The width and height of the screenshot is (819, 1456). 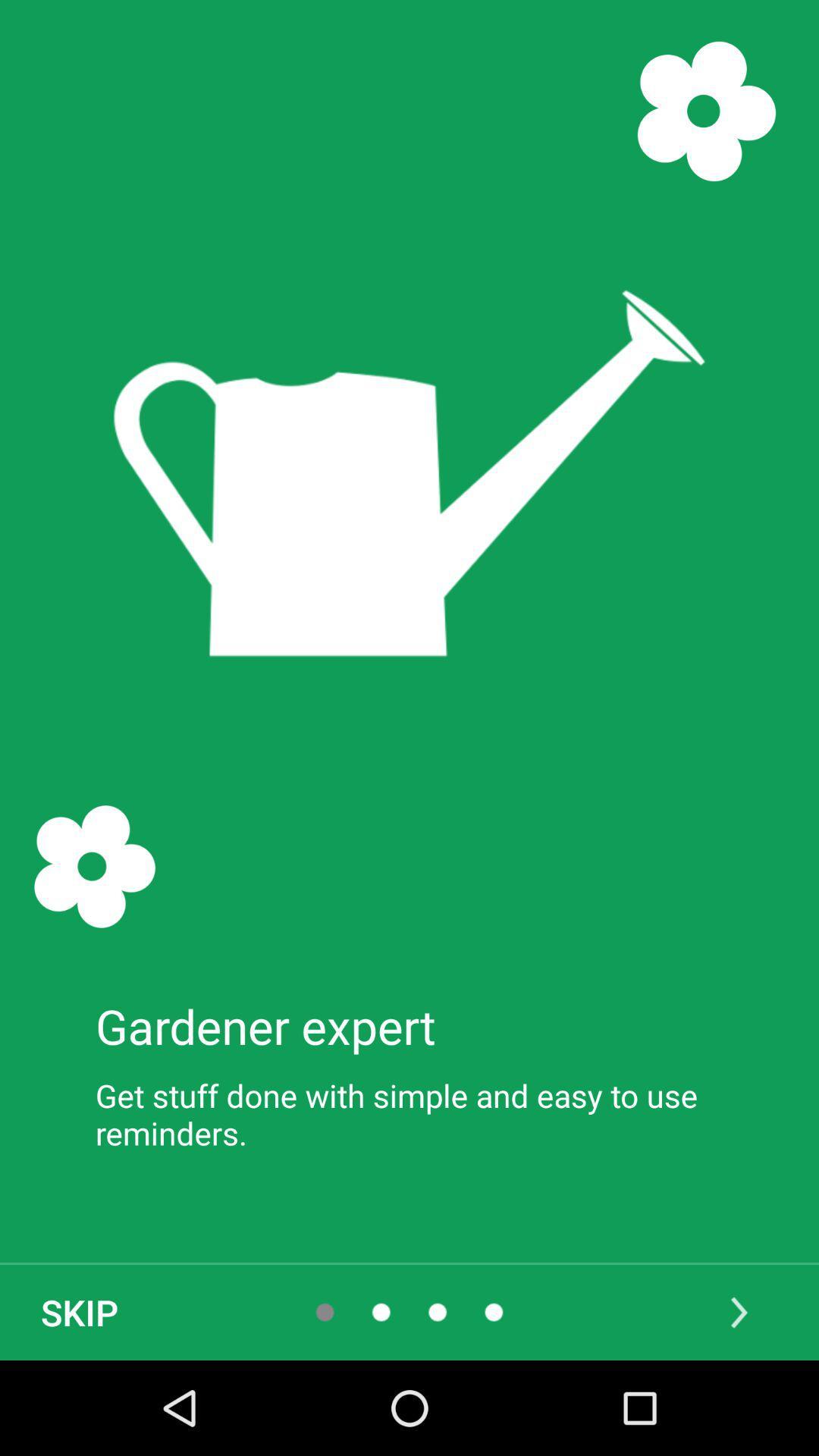 What do you see at coordinates (739, 1312) in the screenshot?
I see `the arrow_forward icon` at bounding box center [739, 1312].